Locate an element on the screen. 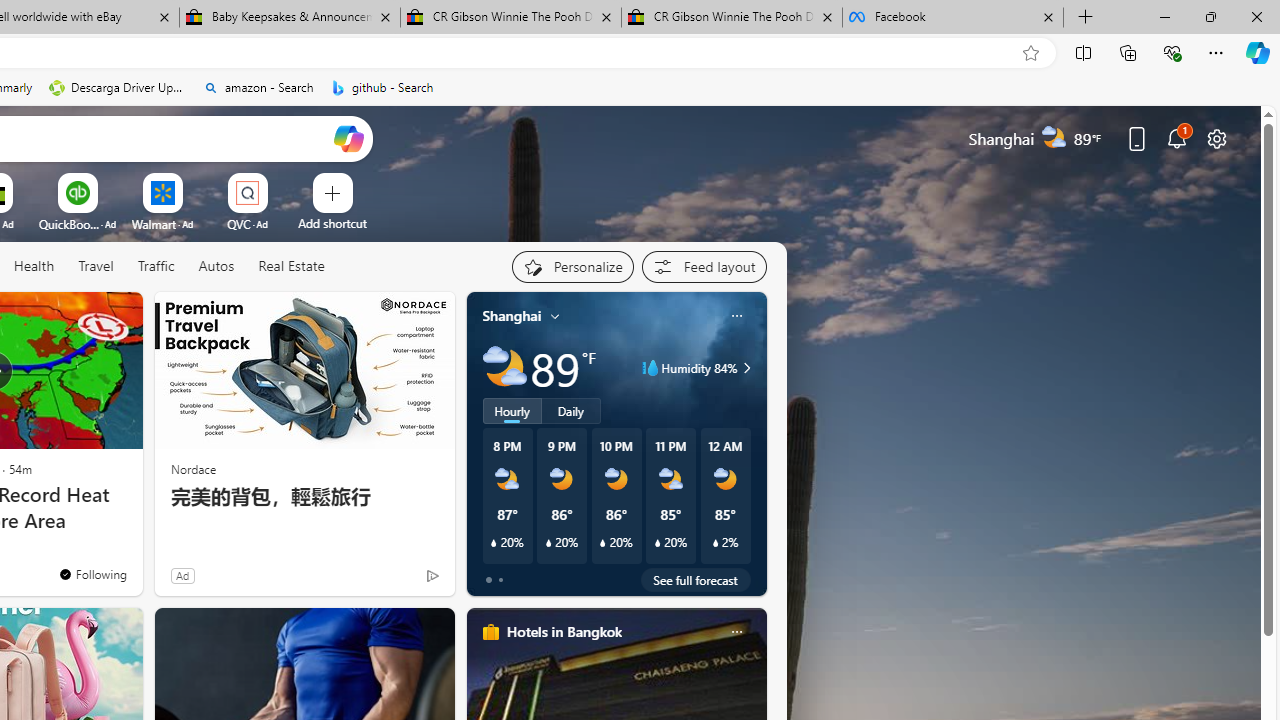 Image resolution: width=1280 pixels, height=720 pixels. 'You' is located at coordinates (91, 573).